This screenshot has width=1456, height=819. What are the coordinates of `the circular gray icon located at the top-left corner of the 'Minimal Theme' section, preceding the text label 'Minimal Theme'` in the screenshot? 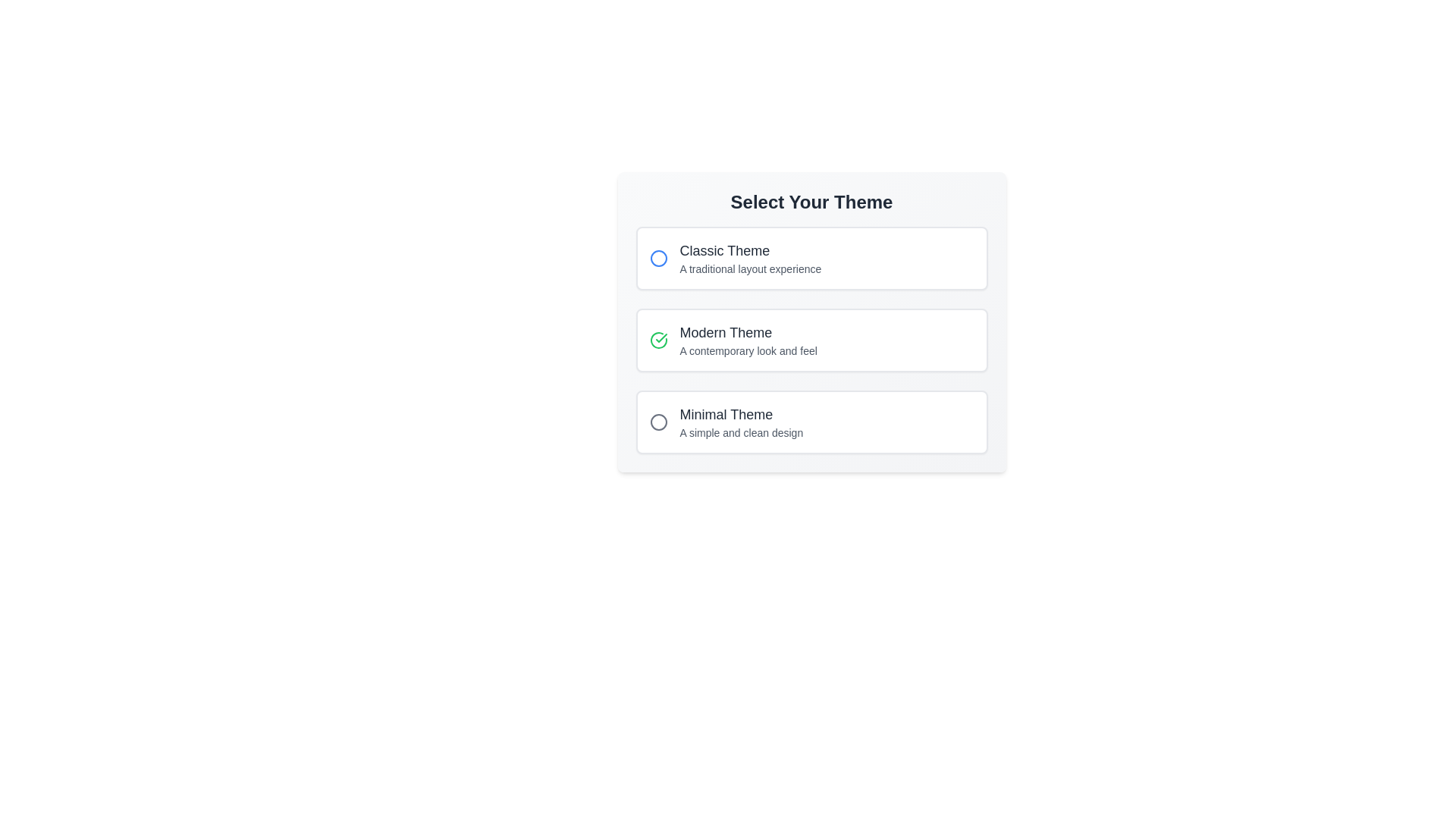 It's located at (658, 422).